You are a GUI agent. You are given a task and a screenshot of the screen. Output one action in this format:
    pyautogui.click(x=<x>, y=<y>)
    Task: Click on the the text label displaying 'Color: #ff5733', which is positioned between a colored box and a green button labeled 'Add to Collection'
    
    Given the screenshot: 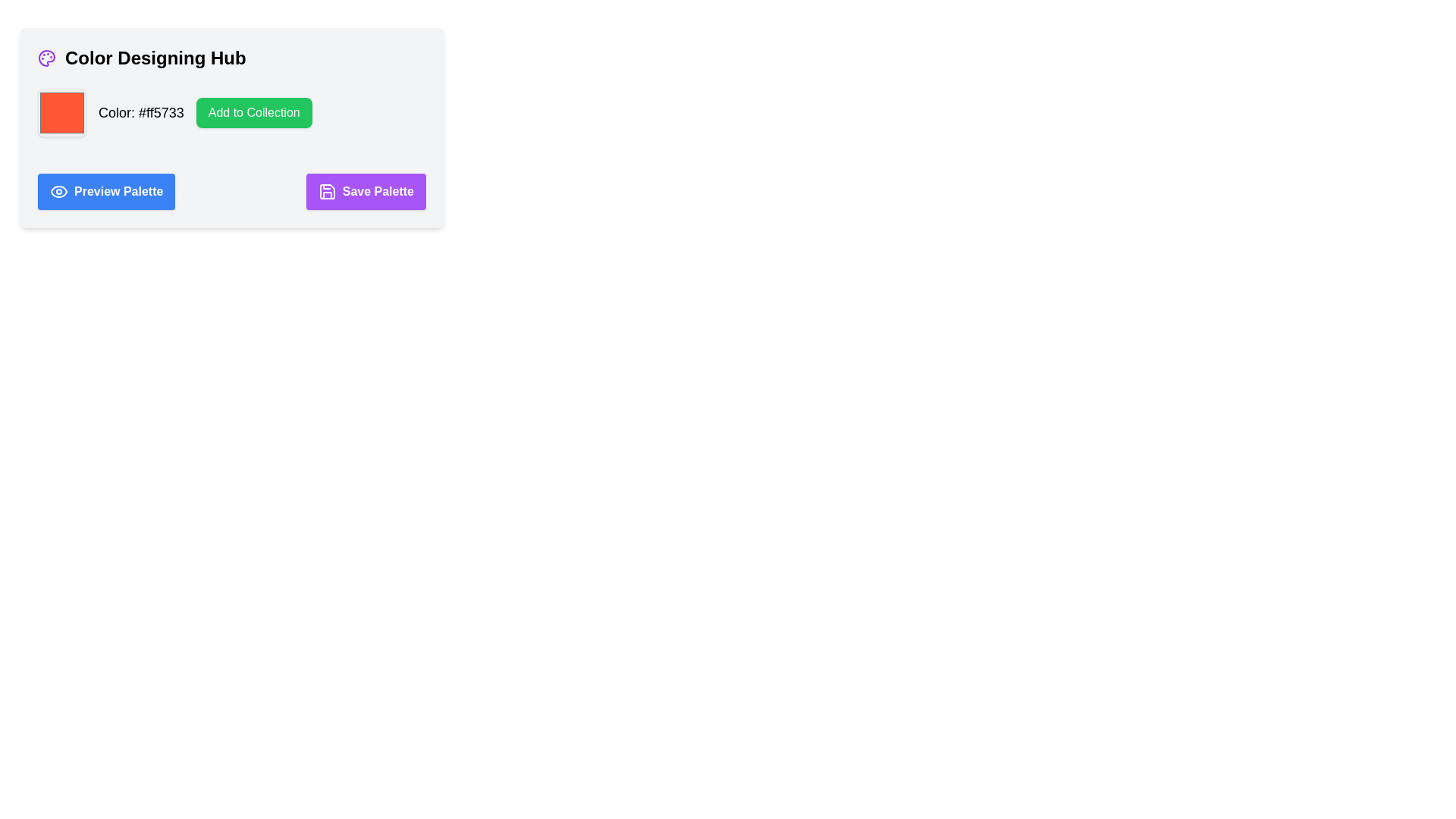 What is the action you would take?
    pyautogui.click(x=141, y=112)
    